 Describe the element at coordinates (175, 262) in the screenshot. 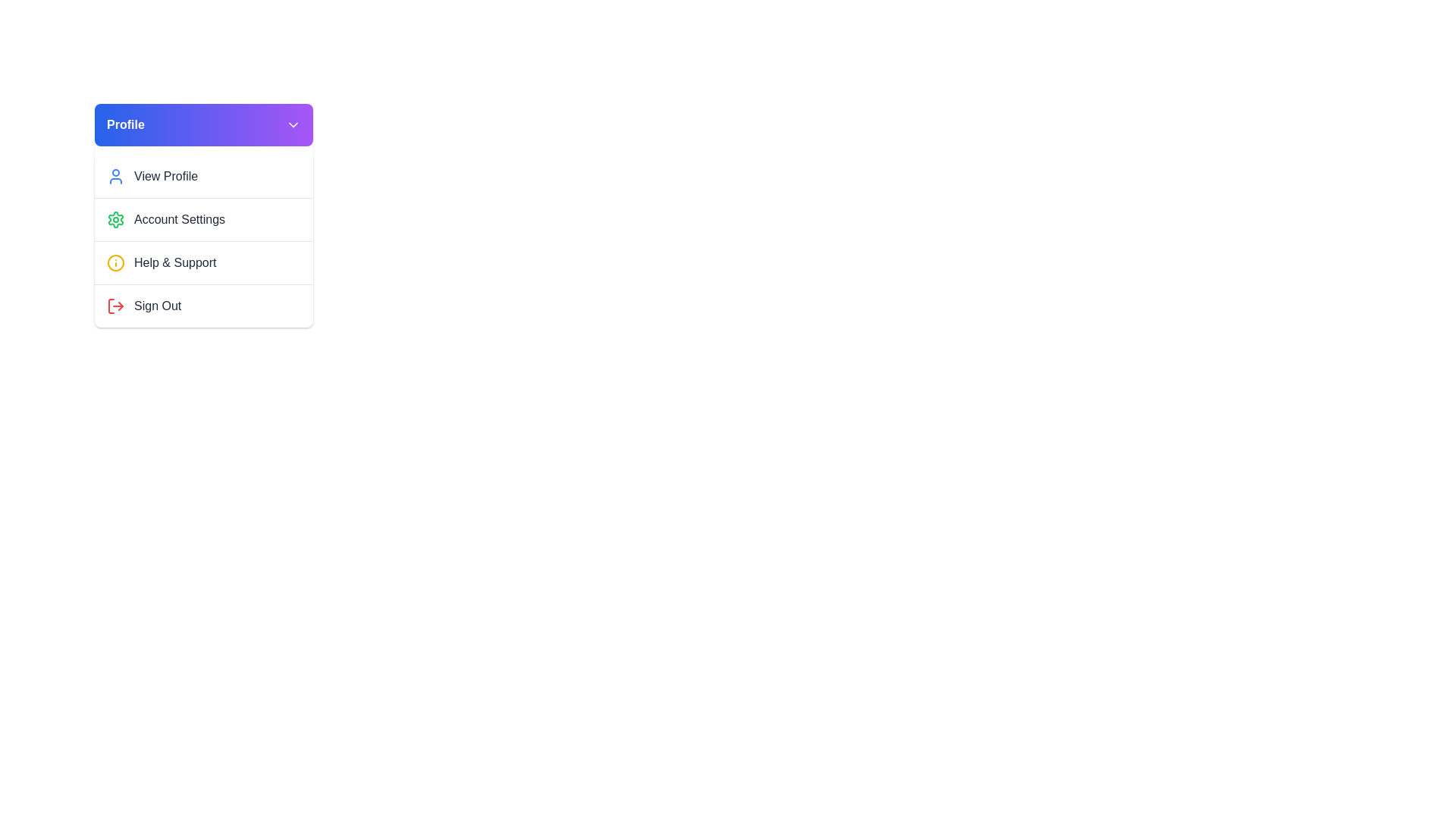

I see `the 'Help & Support' text label located in the 'Profile' dropdown menu` at that location.